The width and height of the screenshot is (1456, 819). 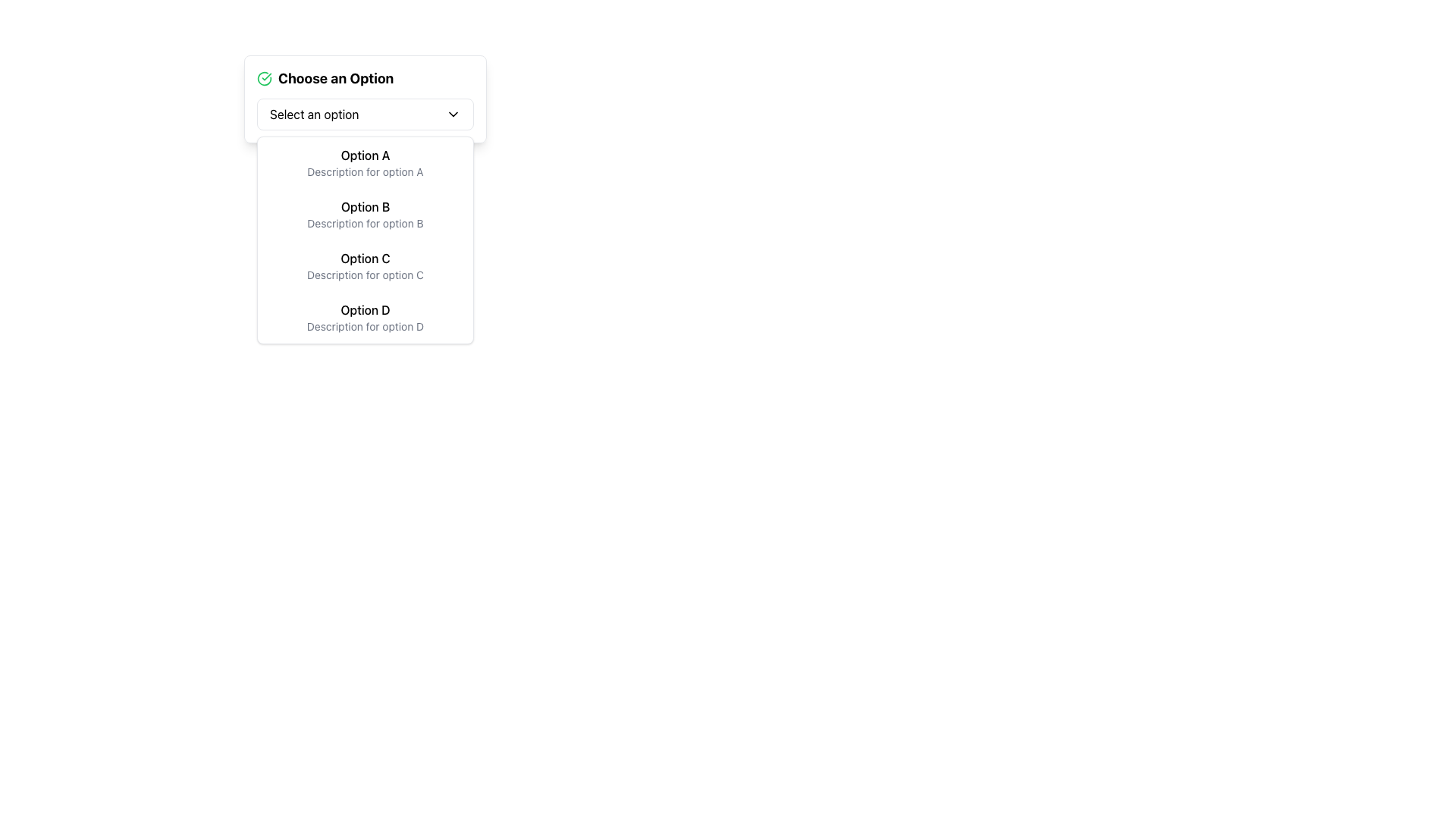 I want to click on text label of 'Option D', located in the dropdown list below 'Option C' and above its description, so click(x=365, y=309).